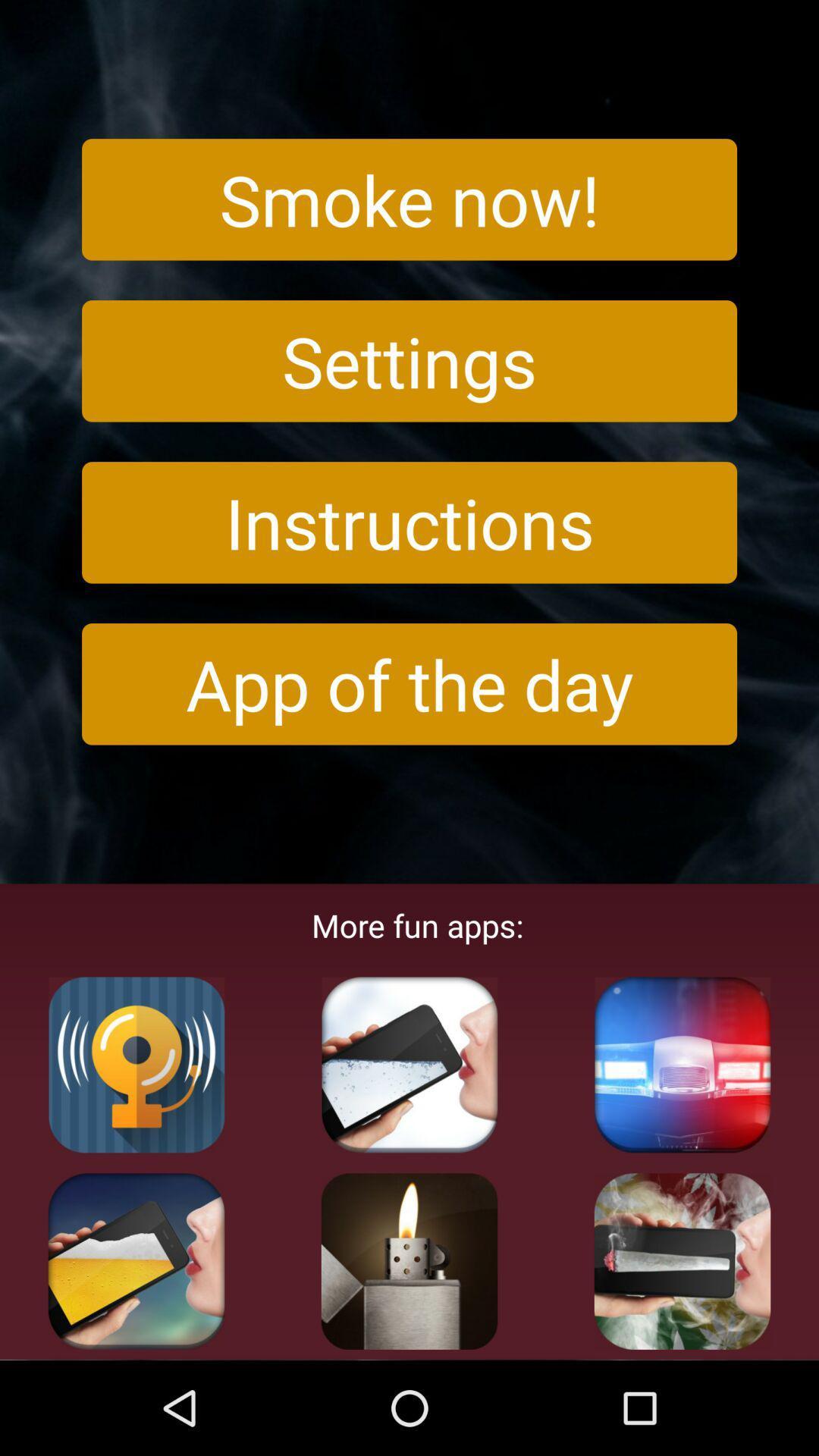  I want to click on logo, so click(681, 1064).